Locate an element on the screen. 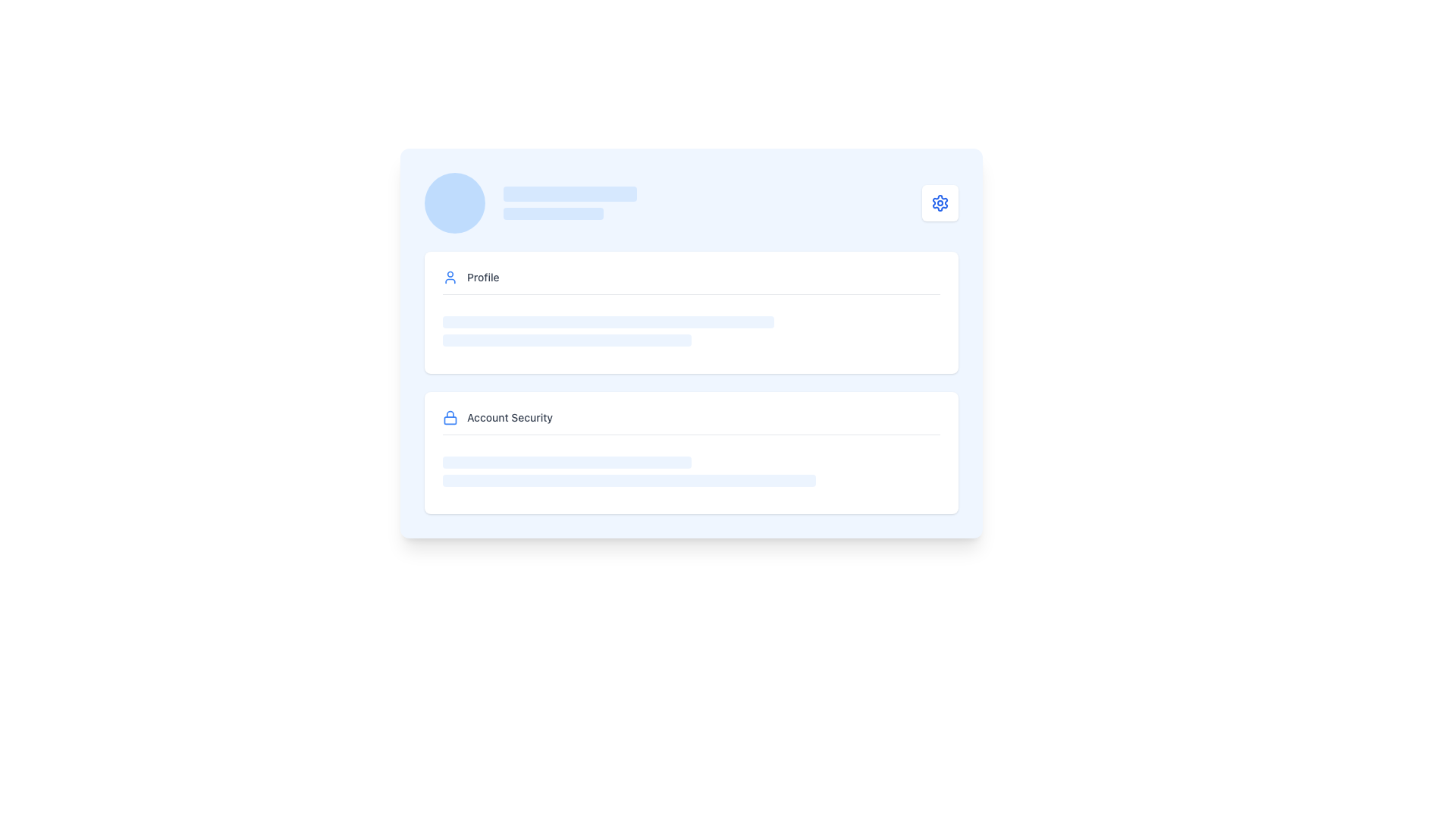 Image resolution: width=1456 pixels, height=819 pixels. the Settings icon, which is represented as a rounded square in the top-right corner of the interface, allowing access to application settings is located at coordinates (939, 202).